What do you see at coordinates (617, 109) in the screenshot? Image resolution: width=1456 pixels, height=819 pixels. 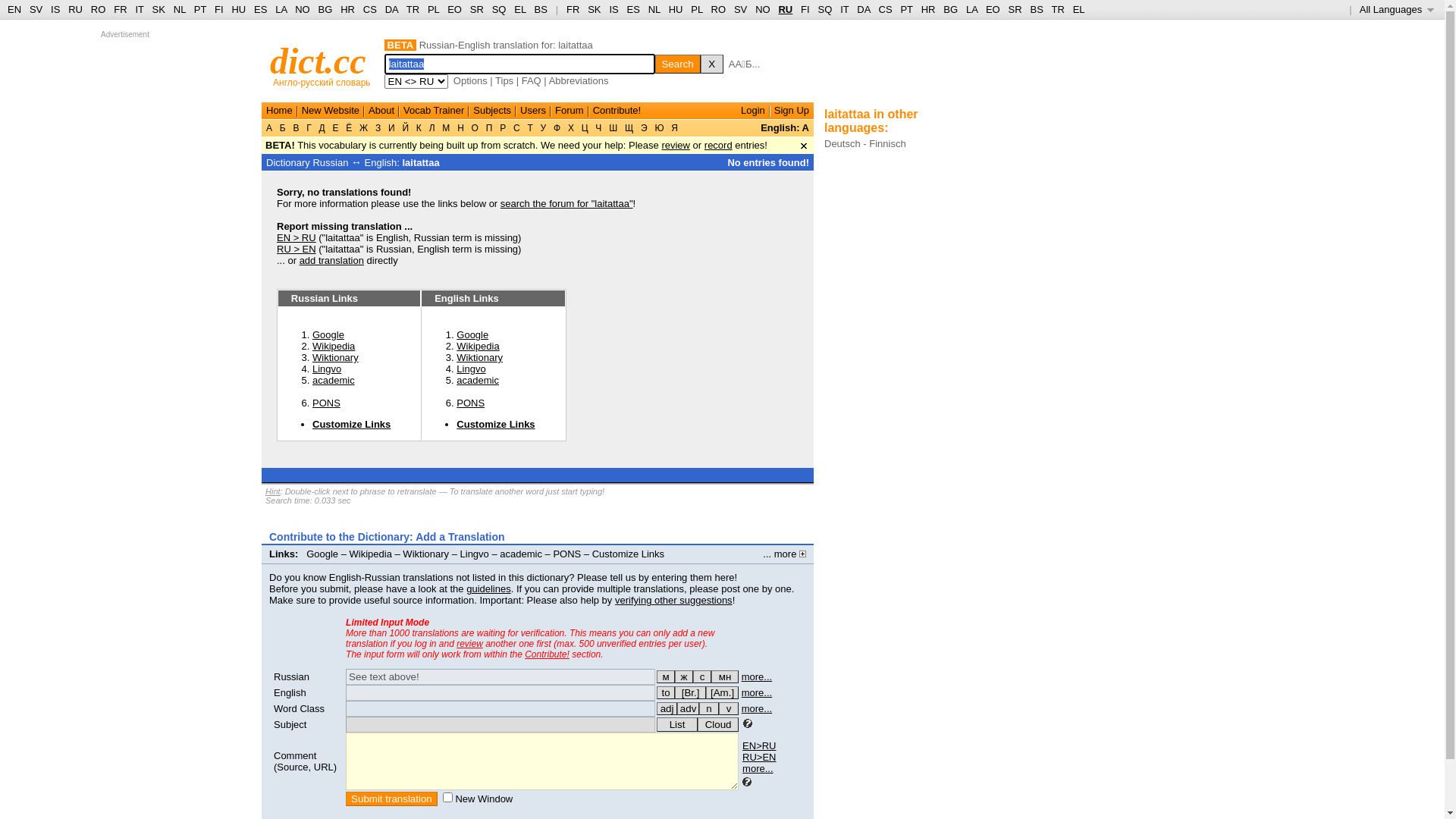 I see `'Contribute!'` at bounding box center [617, 109].